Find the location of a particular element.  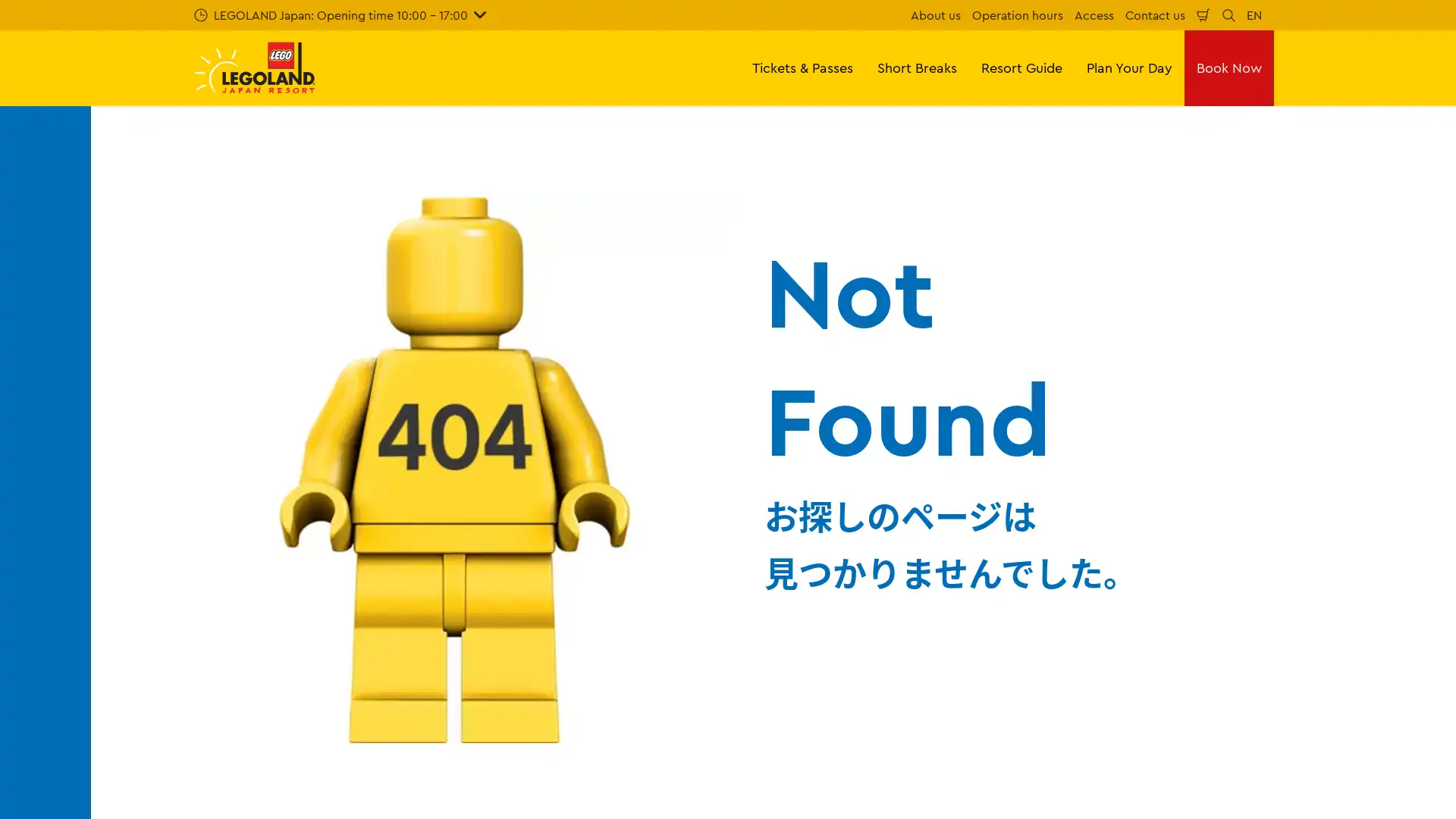

Book Now is located at coordinates (1229, 67).